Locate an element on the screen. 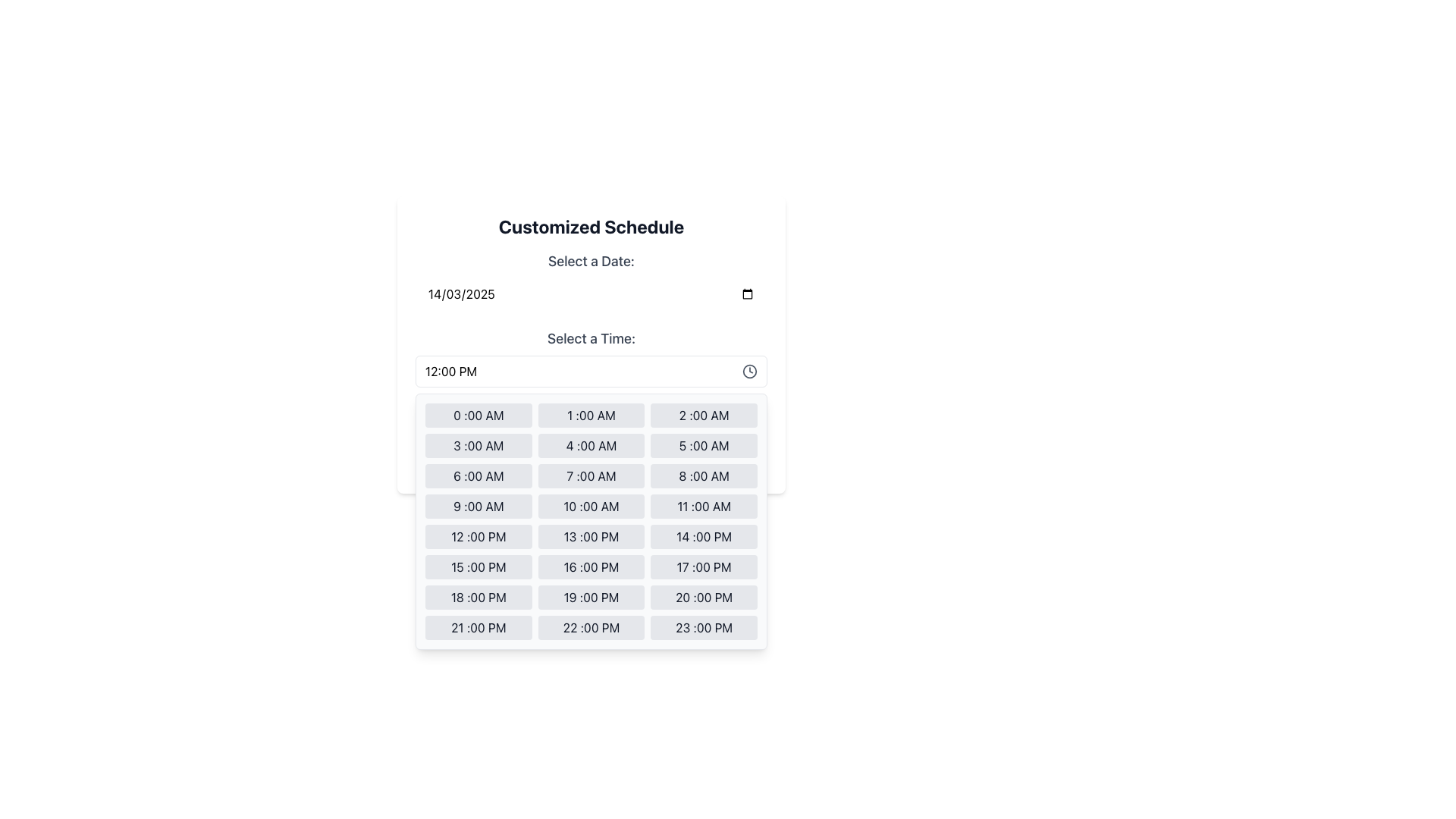 This screenshot has width=1456, height=819. the time selection tile displaying '21 :00 PM' is located at coordinates (478, 628).